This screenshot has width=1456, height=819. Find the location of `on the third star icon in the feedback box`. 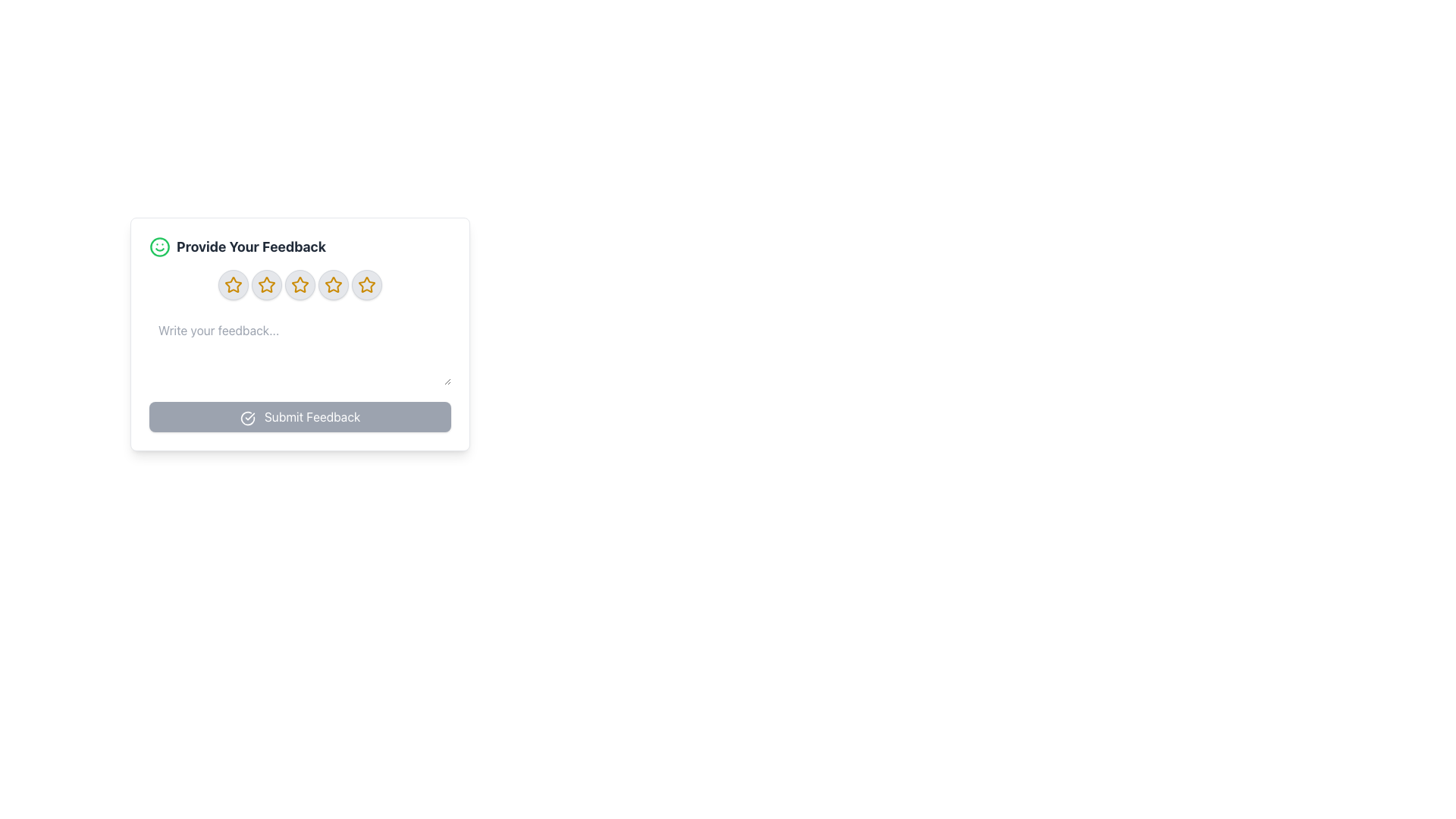

on the third star icon in the feedback box is located at coordinates (266, 284).